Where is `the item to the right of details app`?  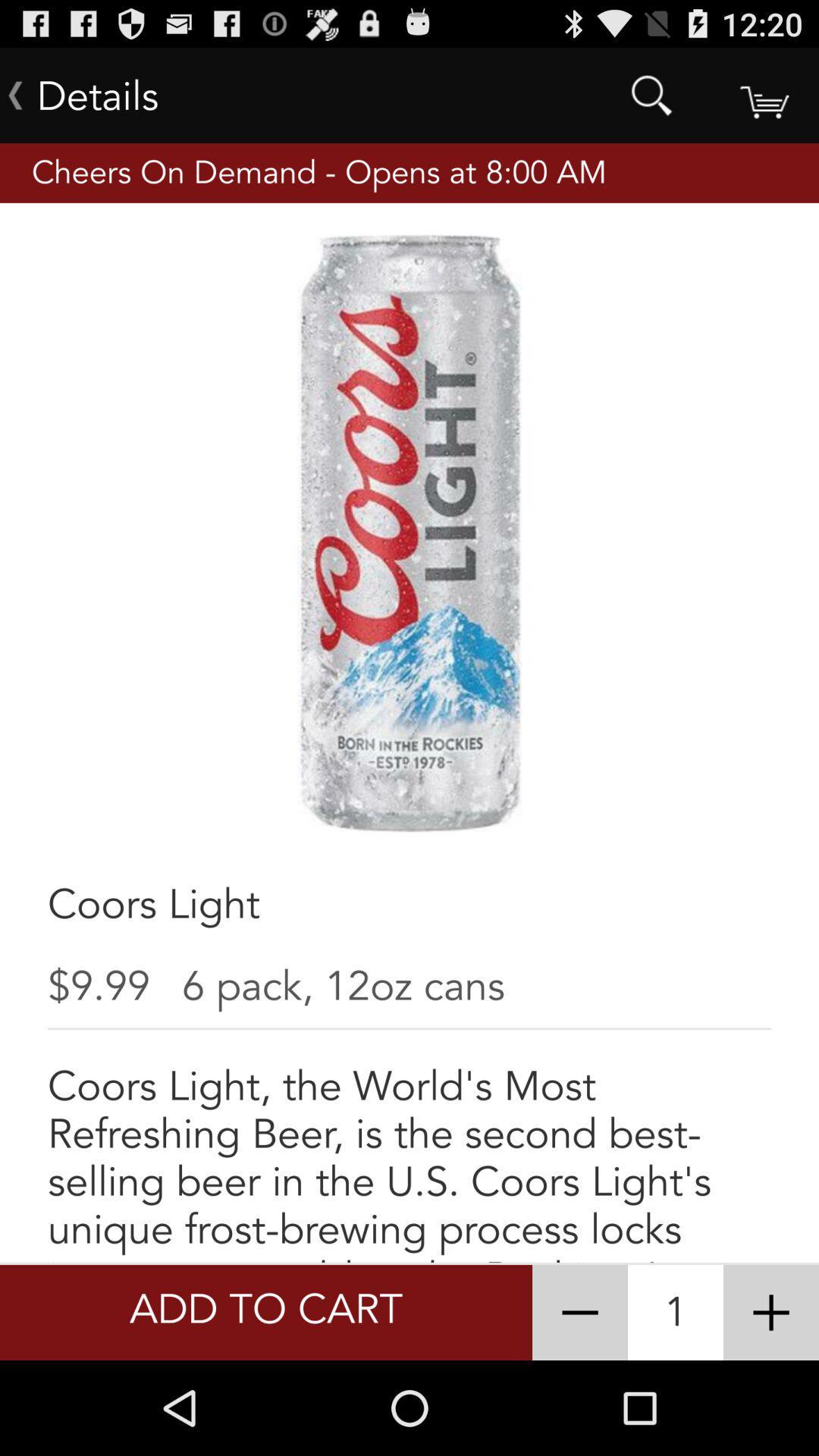
the item to the right of details app is located at coordinates (651, 94).